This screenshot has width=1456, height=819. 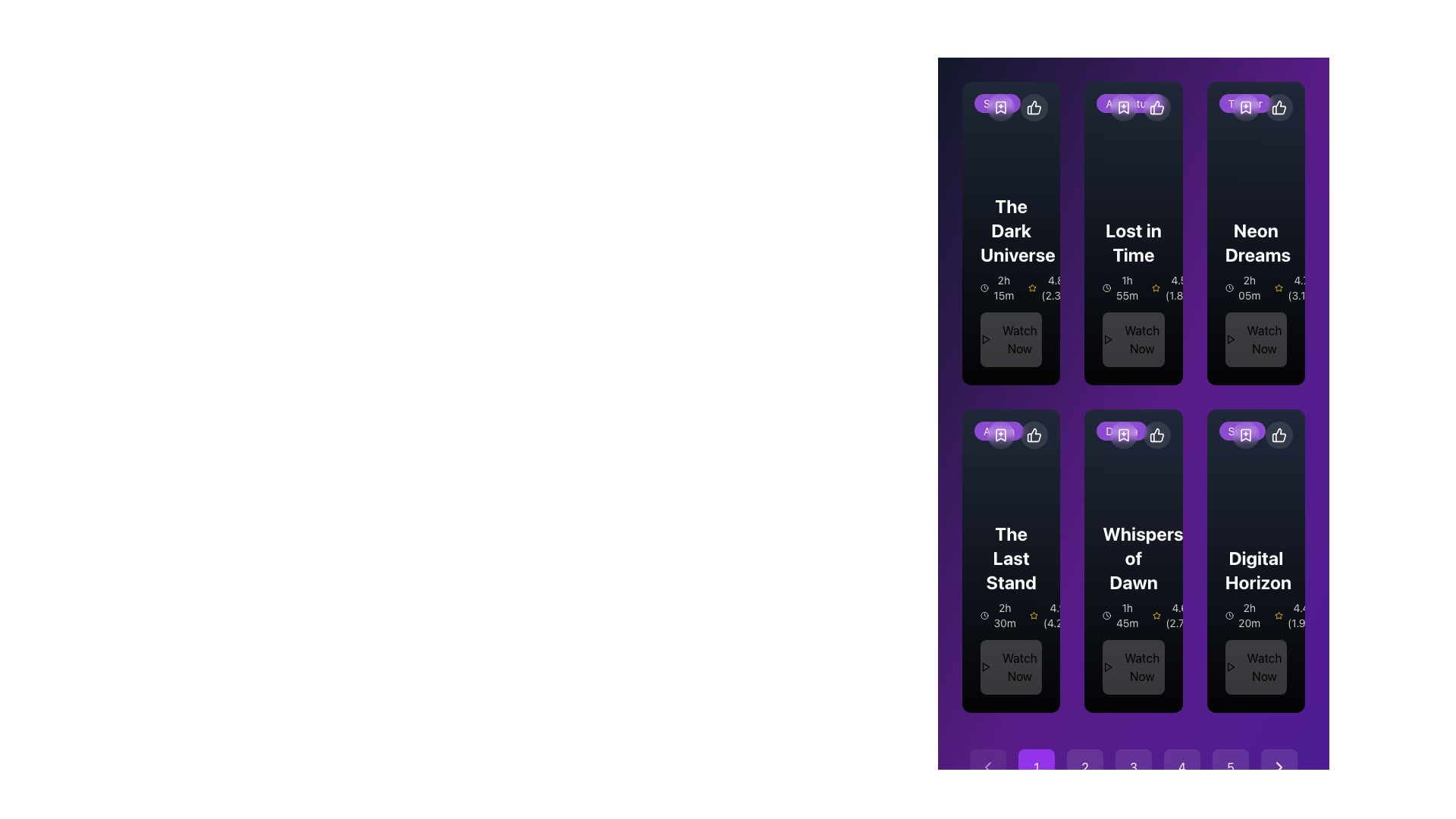 What do you see at coordinates (1263, 435) in the screenshot?
I see `the thumbs-up icon located in the top-right corner of the 'Digital Horizon' card, which represents a 'like' or 'recommend' functionality` at bounding box center [1263, 435].